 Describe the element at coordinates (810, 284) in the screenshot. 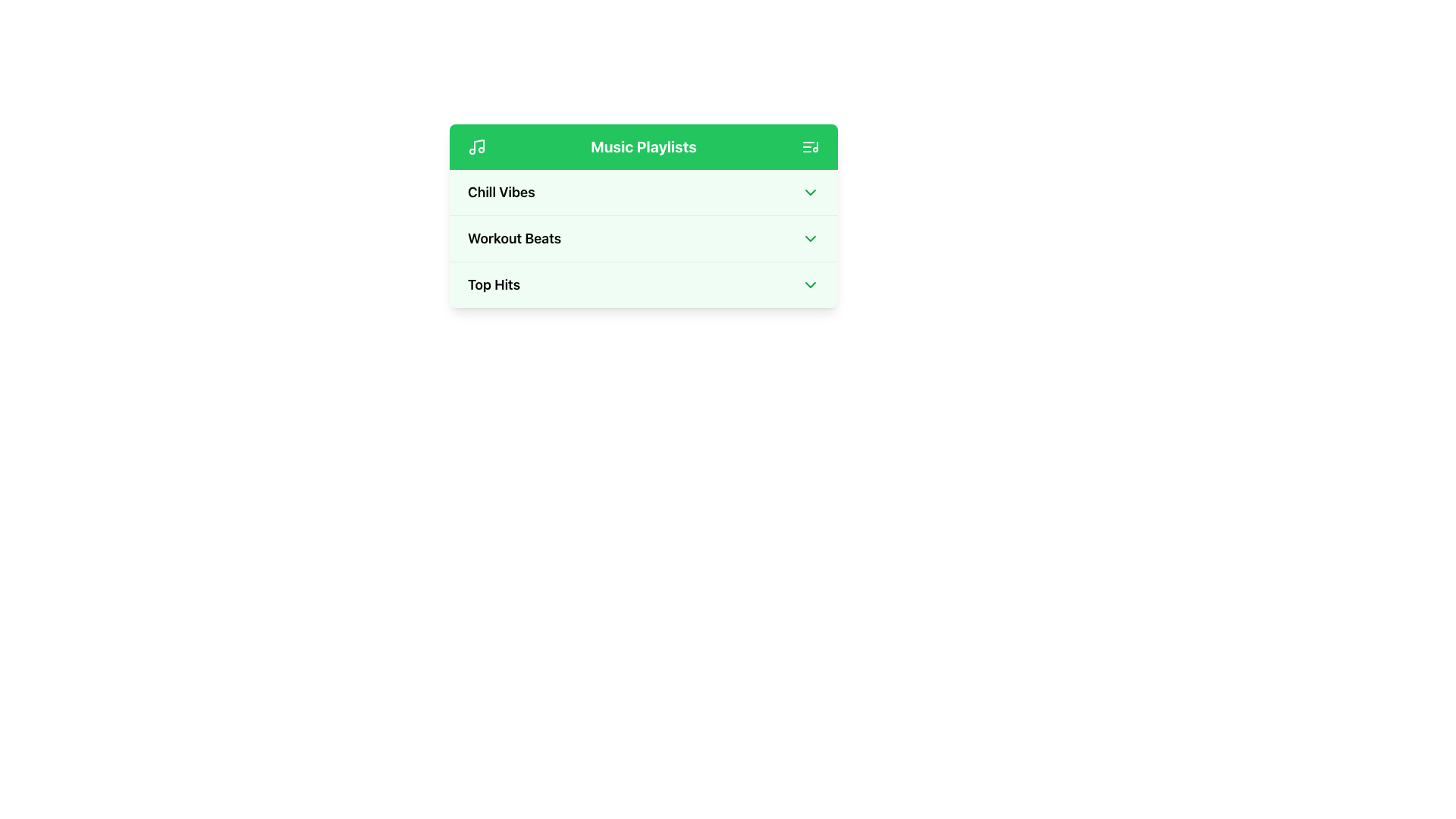

I see `the chevron icon at the right end of the 'Top Hits' row in the 'Music Playlists' section` at that location.